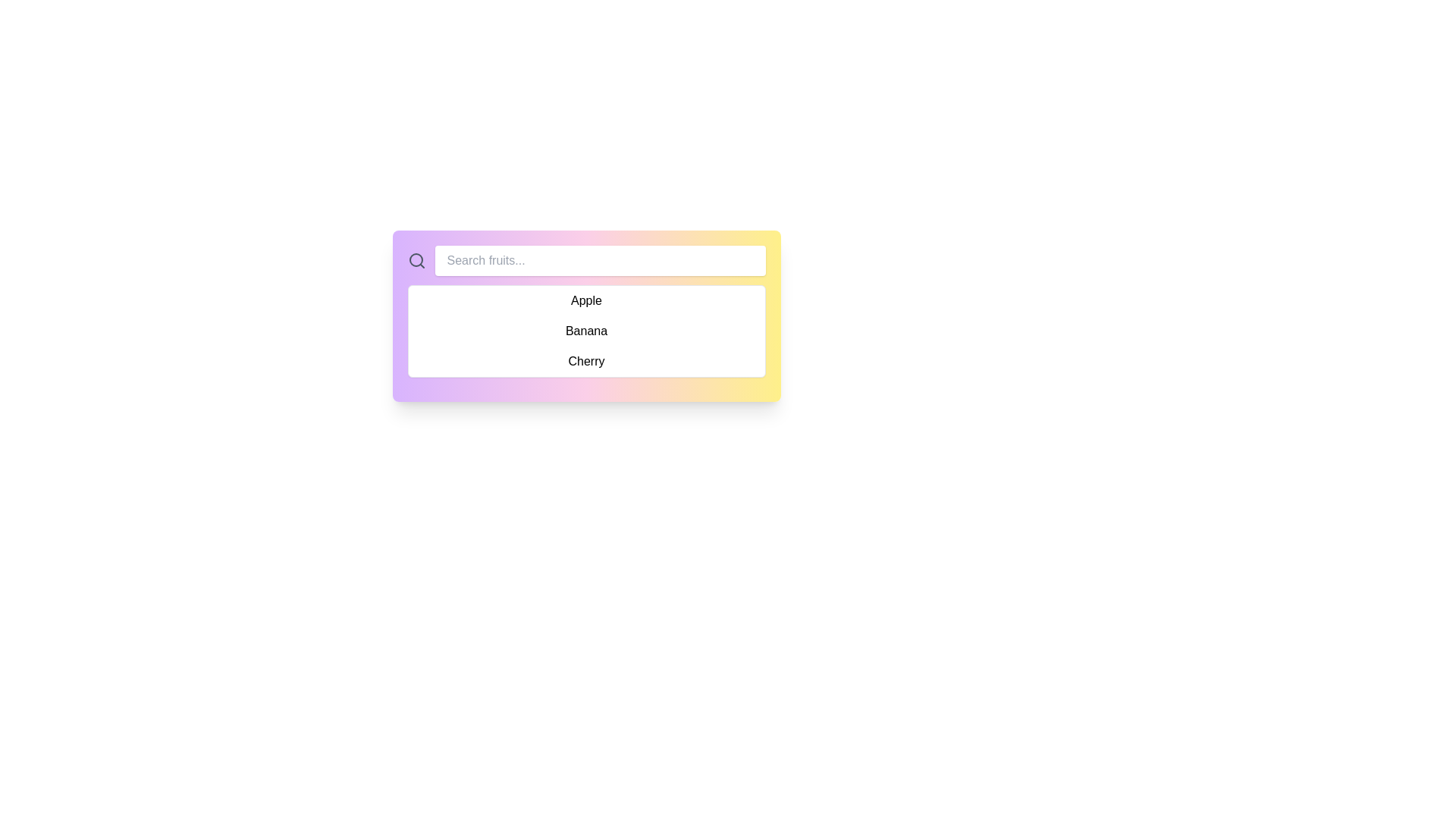 The image size is (1456, 819). Describe the element at coordinates (416, 259) in the screenshot. I see `the search icon, which is the leftmost element in a horizontal layout, to trigger the search functionality` at that location.